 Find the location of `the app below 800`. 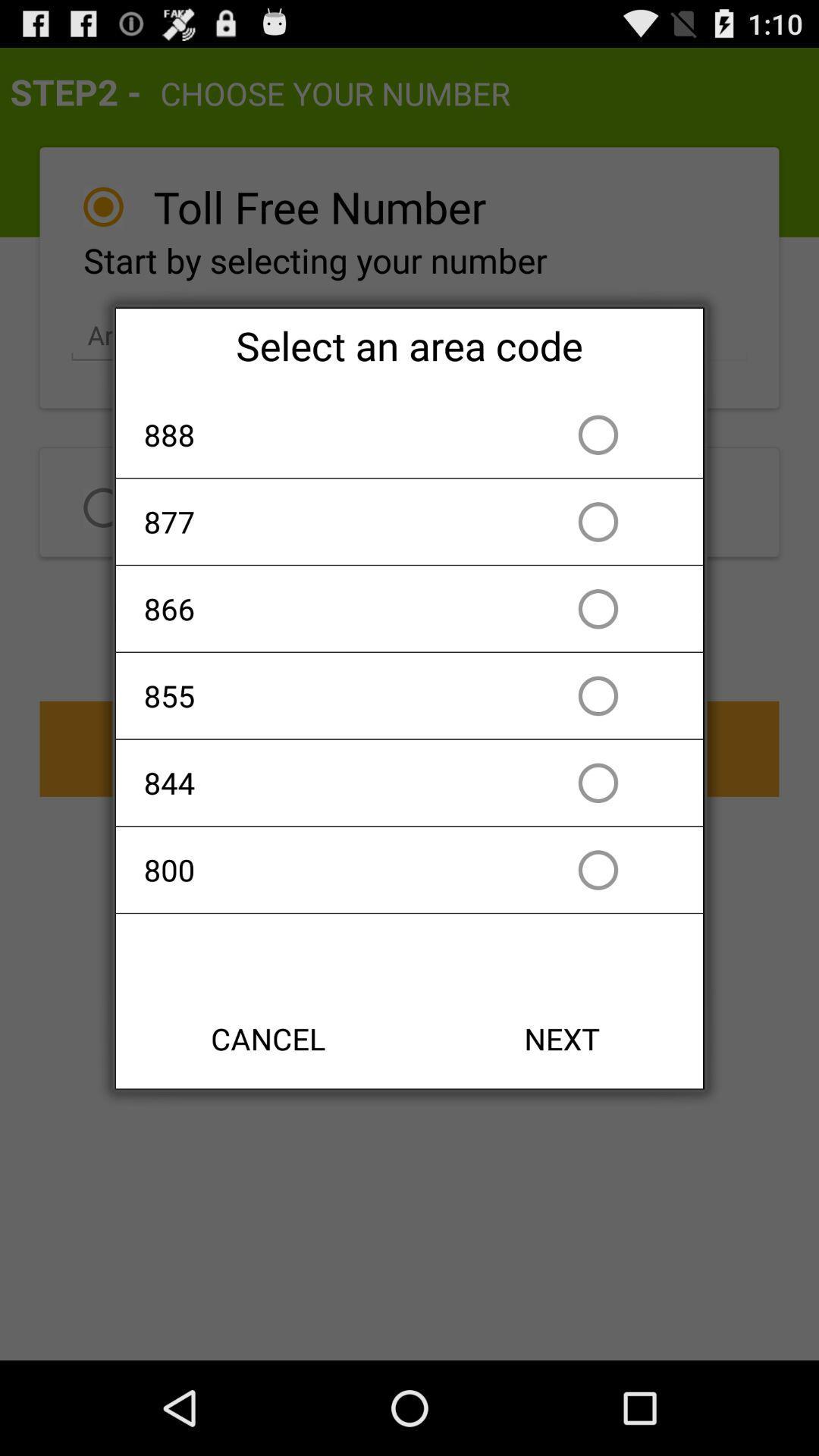

the app below 800 is located at coordinates (268, 1037).